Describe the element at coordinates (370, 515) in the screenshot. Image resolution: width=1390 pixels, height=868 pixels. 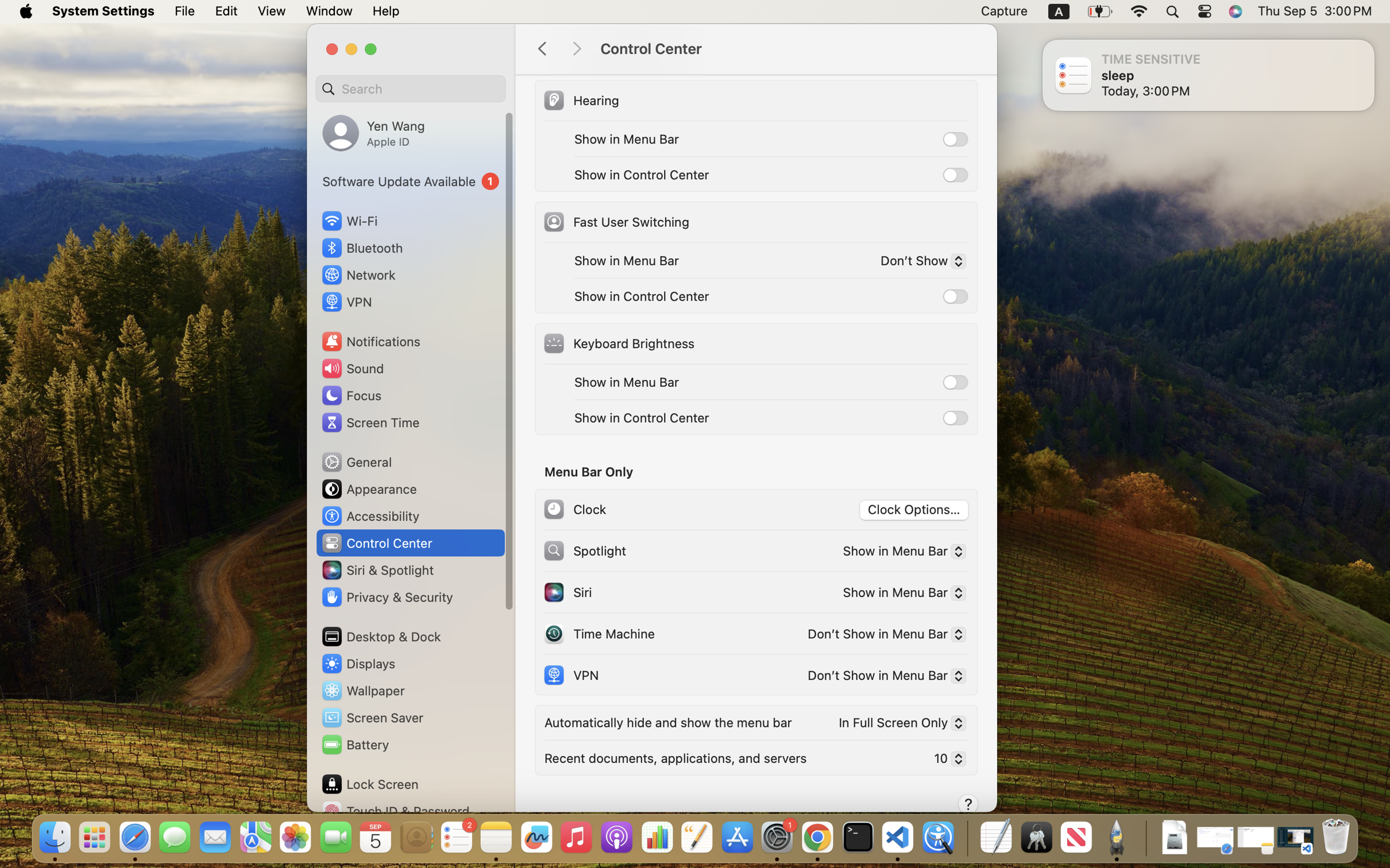
I see `'Accessibility'` at that location.